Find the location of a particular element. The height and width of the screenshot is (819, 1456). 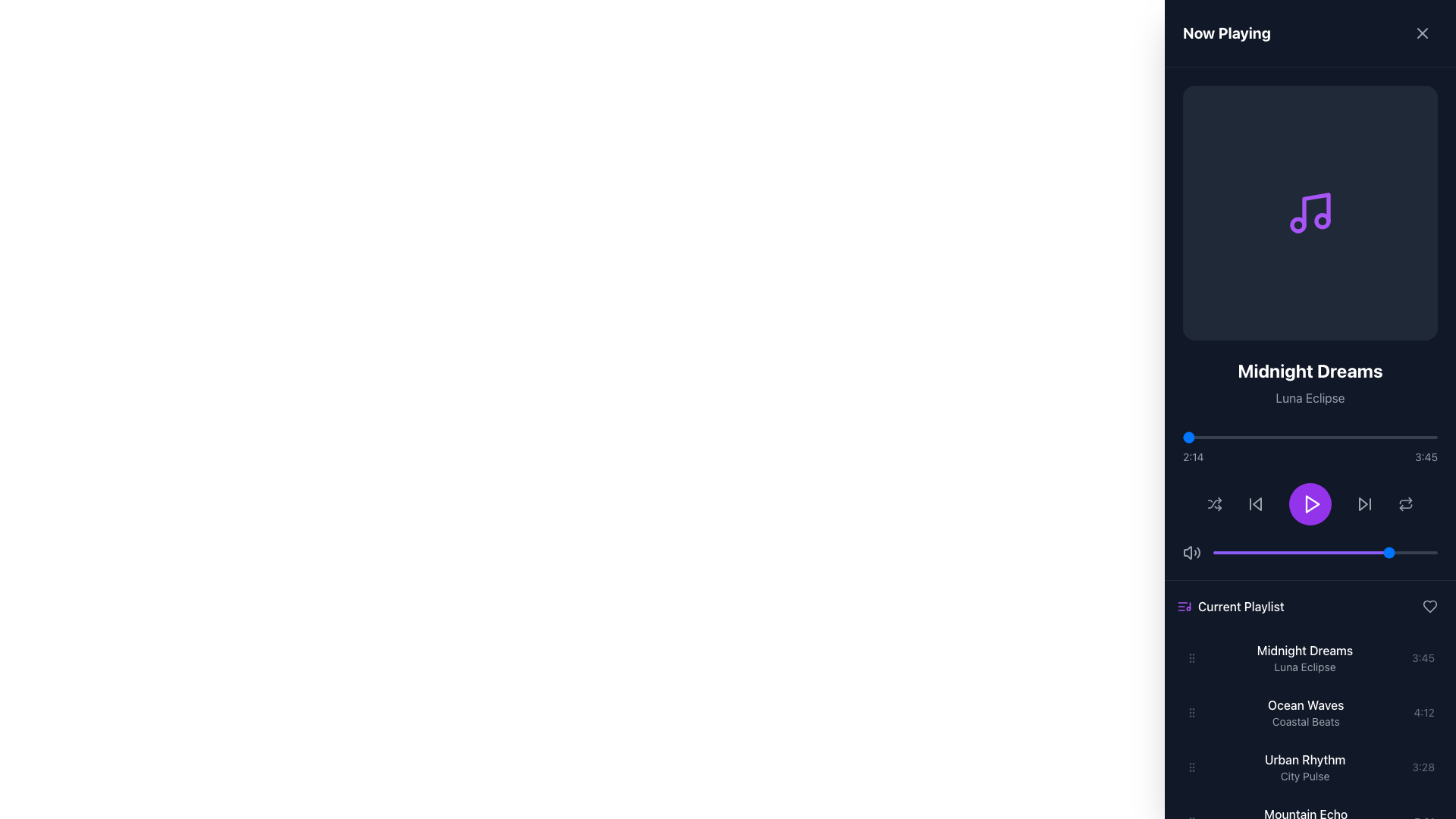

the Text label displaying '3:45' in light gray, positioned at the right end of the time display bar within the playback section is located at coordinates (1426, 456).